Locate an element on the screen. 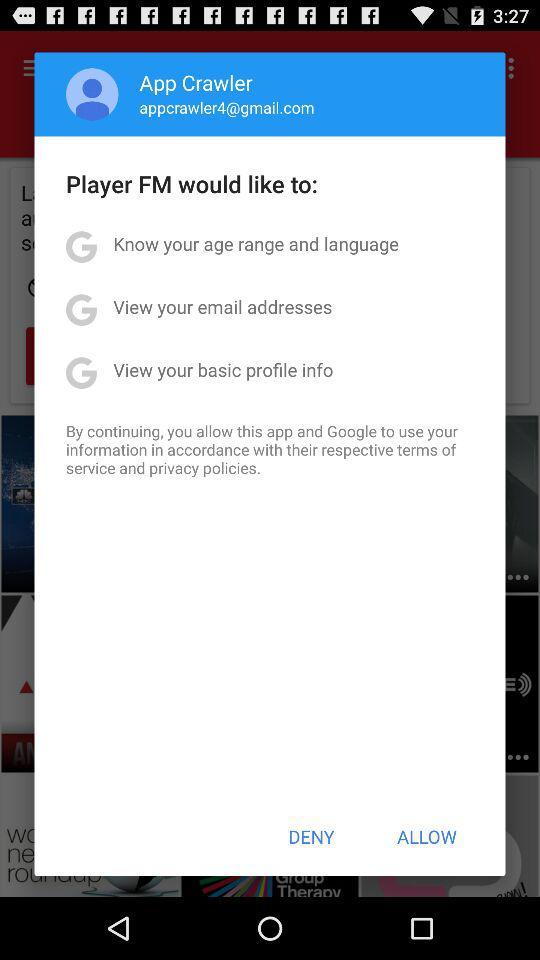 Image resolution: width=540 pixels, height=960 pixels. the item to the left of the app crawler is located at coordinates (91, 94).